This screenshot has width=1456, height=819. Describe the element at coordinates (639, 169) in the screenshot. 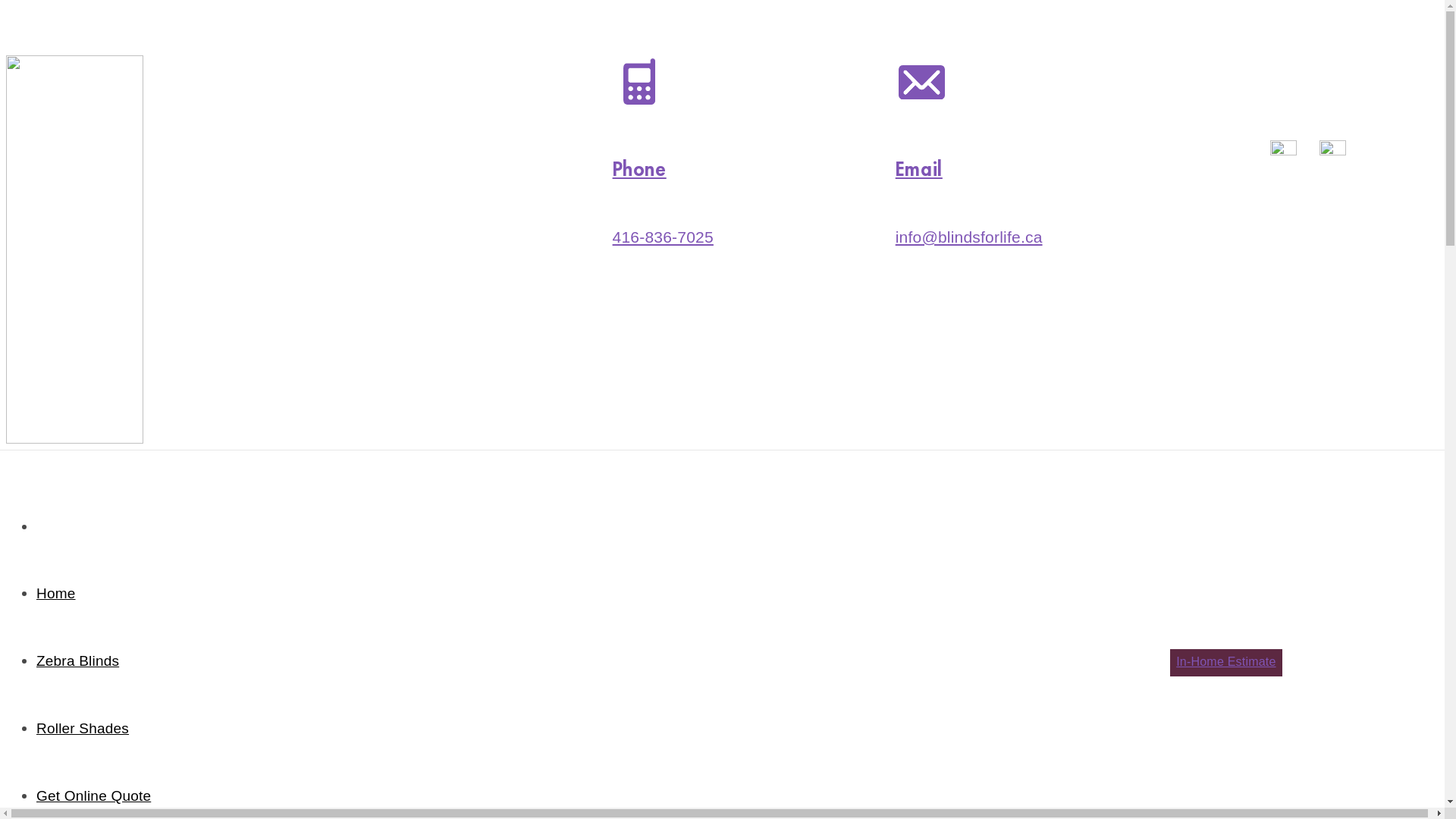

I see `'Phone'` at that location.